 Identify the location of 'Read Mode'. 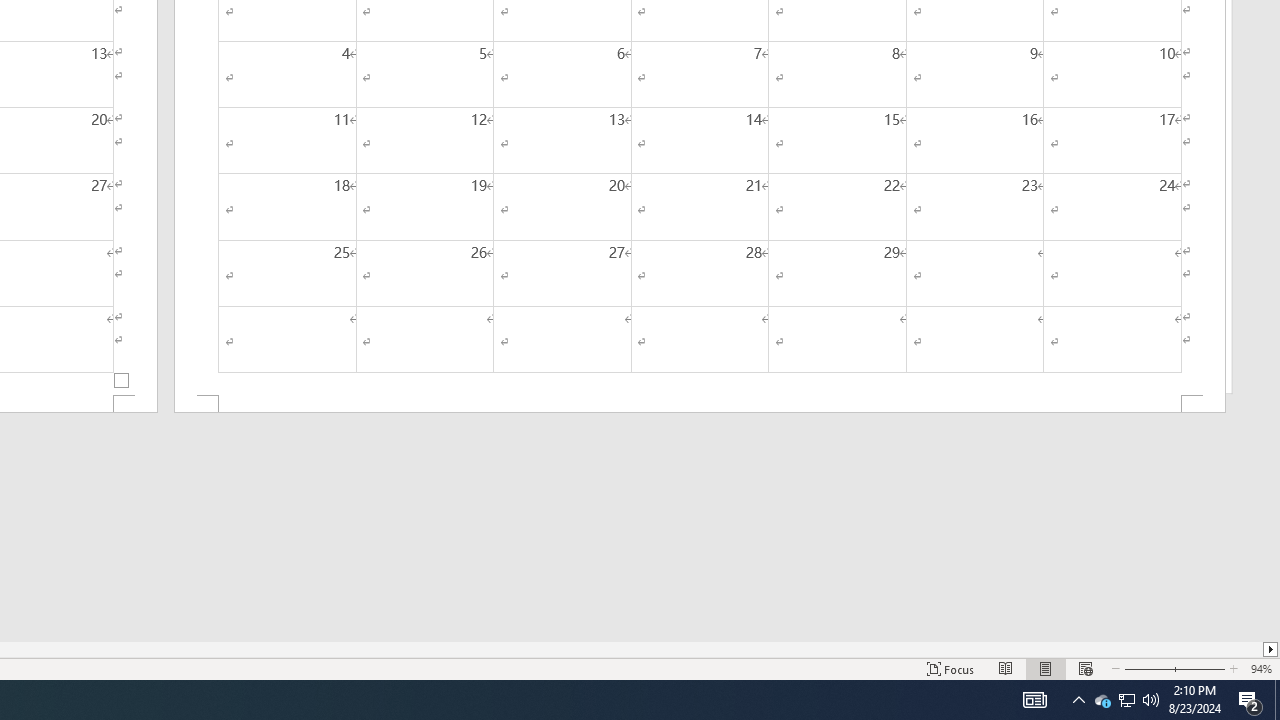
(1006, 669).